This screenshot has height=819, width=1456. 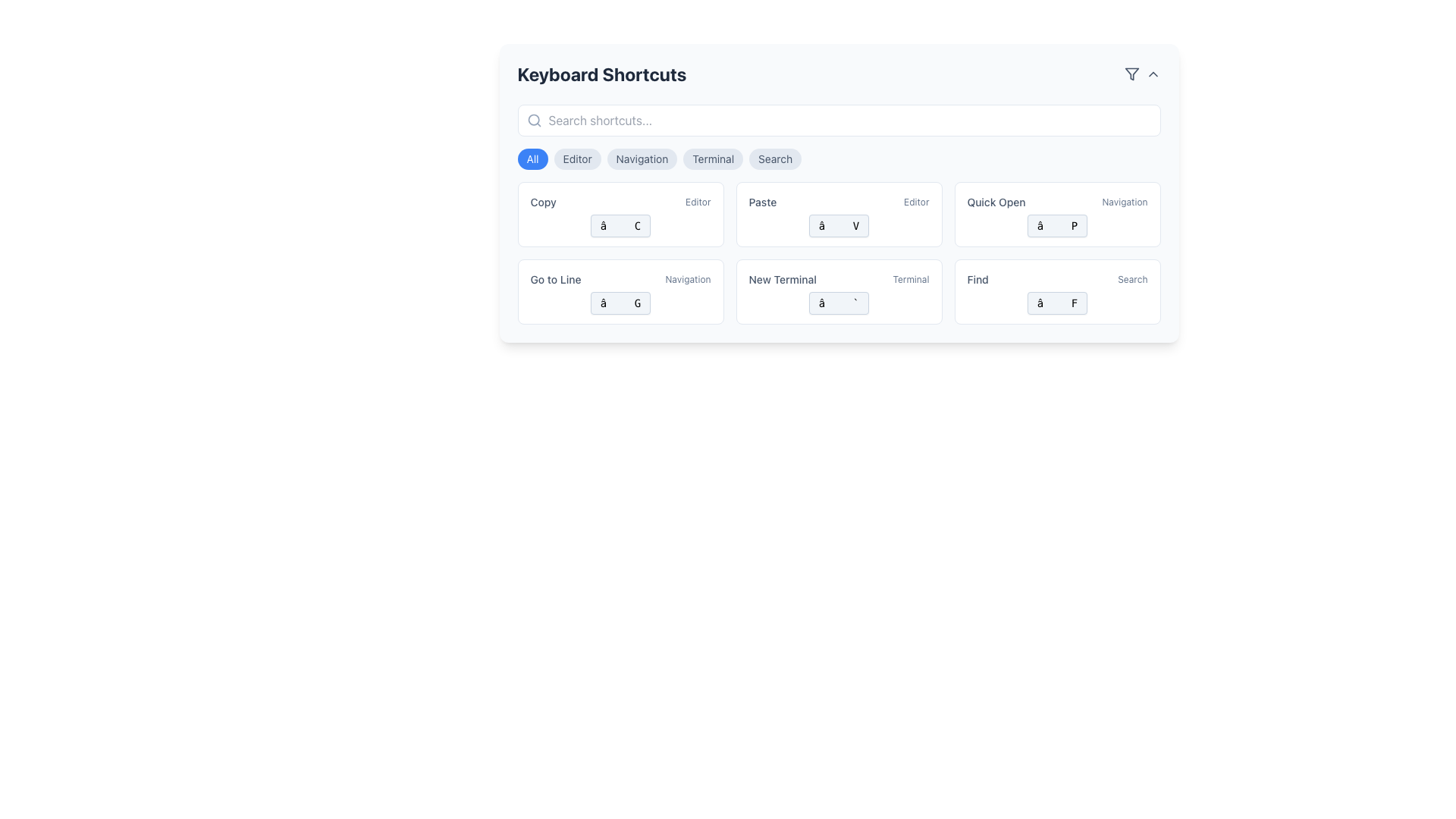 What do you see at coordinates (1131, 74) in the screenshot?
I see `the filtering icon button located at the top-right corner of the main interface, which is aligned with other controls and has a red highlighted mail symbol` at bounding box center [1131, 74].